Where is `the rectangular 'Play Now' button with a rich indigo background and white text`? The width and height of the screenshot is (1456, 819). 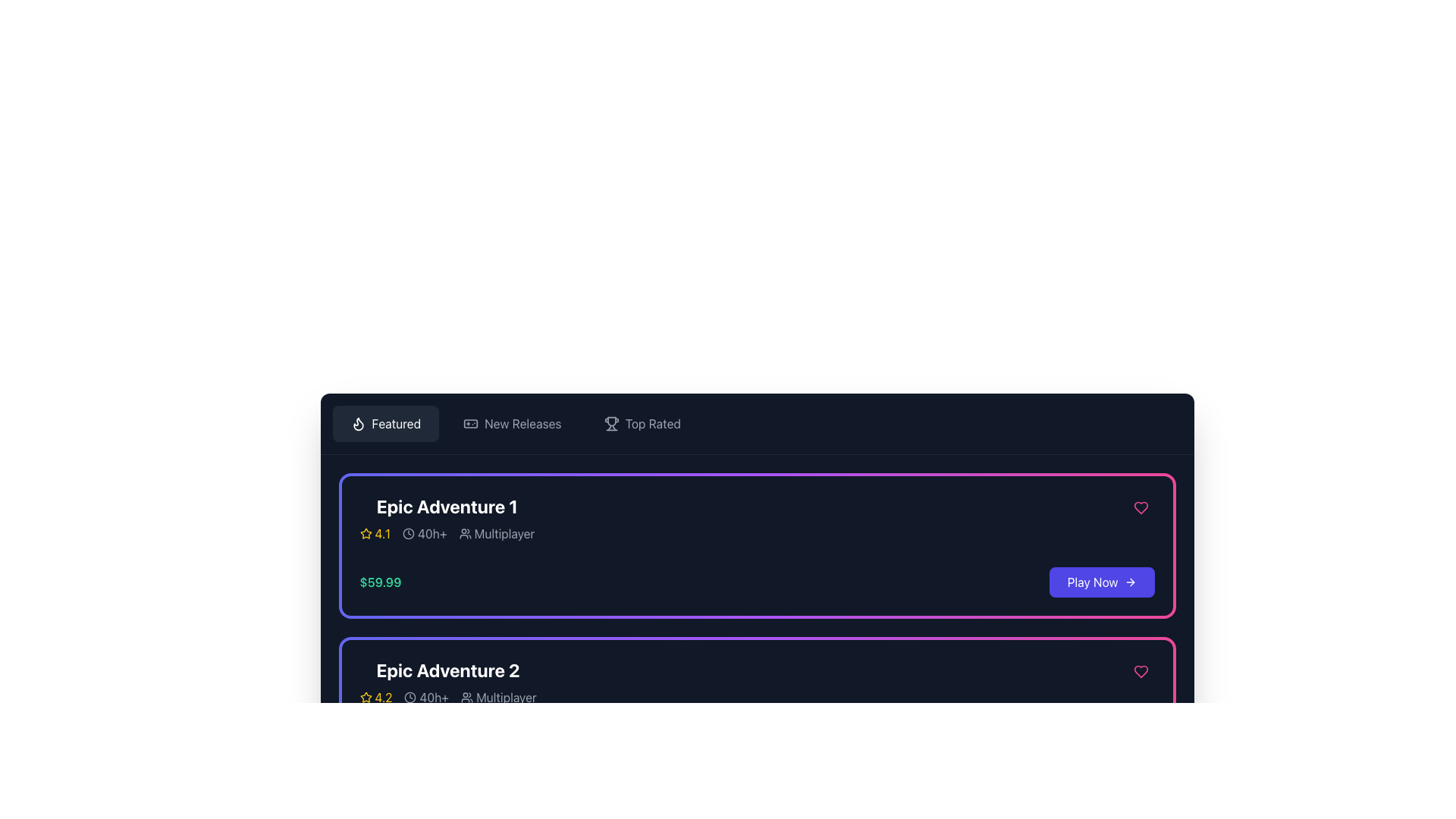
the rectangular 'Play Now' button with a rich indigo background and white text is located at coordinates (1102, 581).